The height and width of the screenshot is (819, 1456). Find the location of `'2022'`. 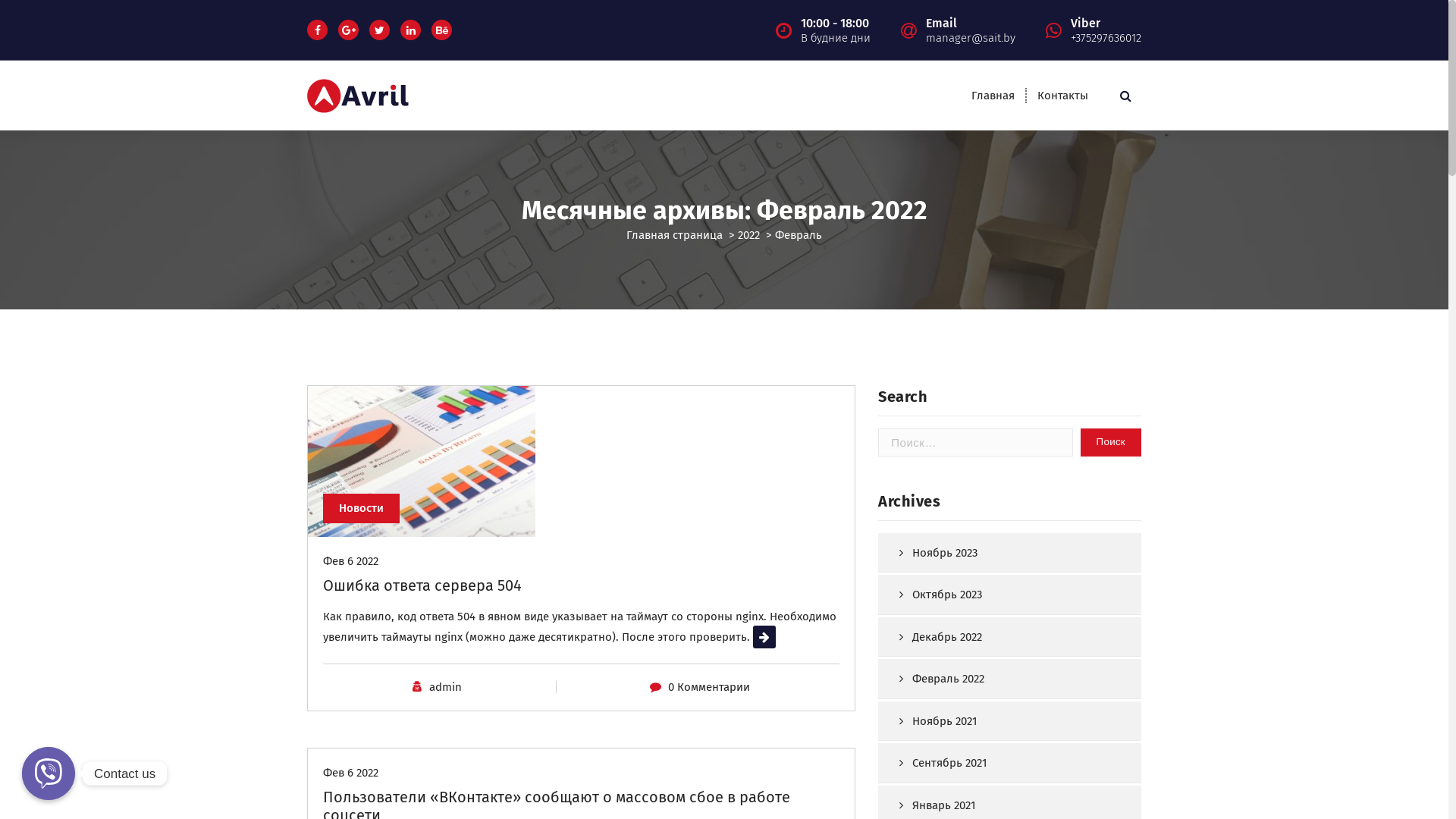

'2022' is located at coordinates (738, 234).